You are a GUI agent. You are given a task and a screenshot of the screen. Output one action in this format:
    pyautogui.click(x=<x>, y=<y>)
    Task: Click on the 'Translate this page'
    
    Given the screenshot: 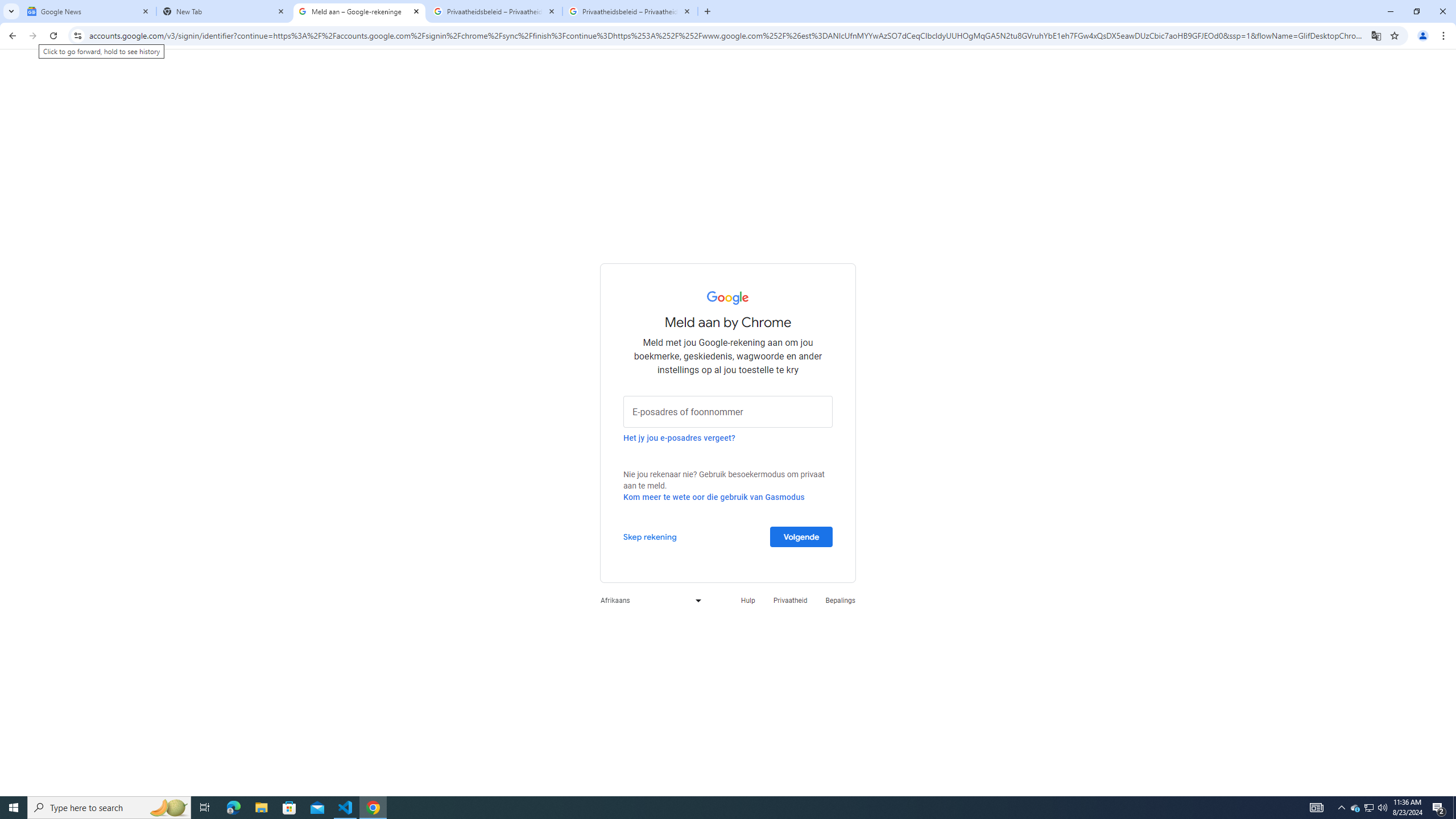 What is the action you would take?
    pyautogui.click(x=1376, y=35)
    